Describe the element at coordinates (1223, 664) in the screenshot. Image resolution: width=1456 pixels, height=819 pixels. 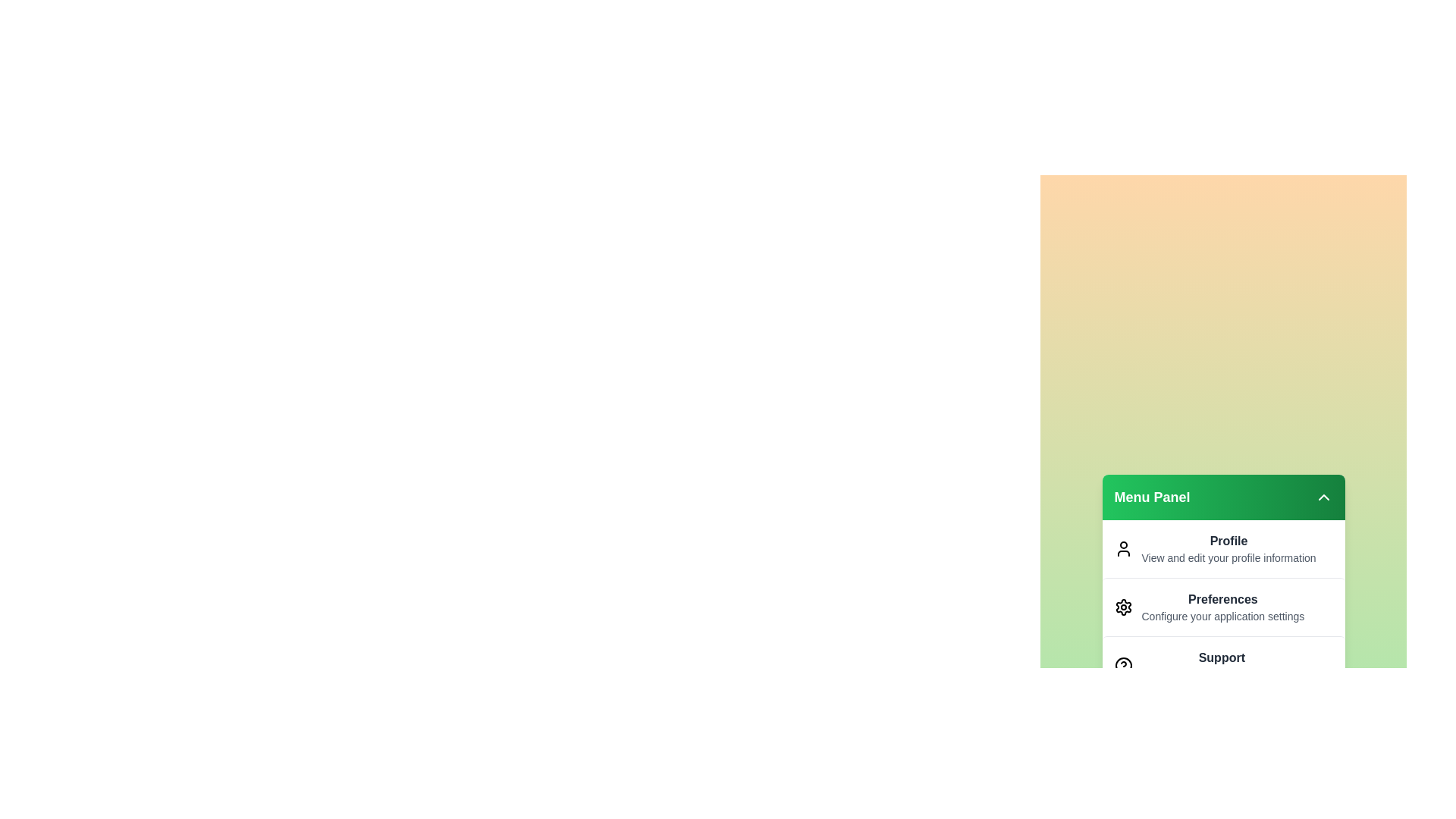
I see `the menu item Support from the menu panel` at that location.